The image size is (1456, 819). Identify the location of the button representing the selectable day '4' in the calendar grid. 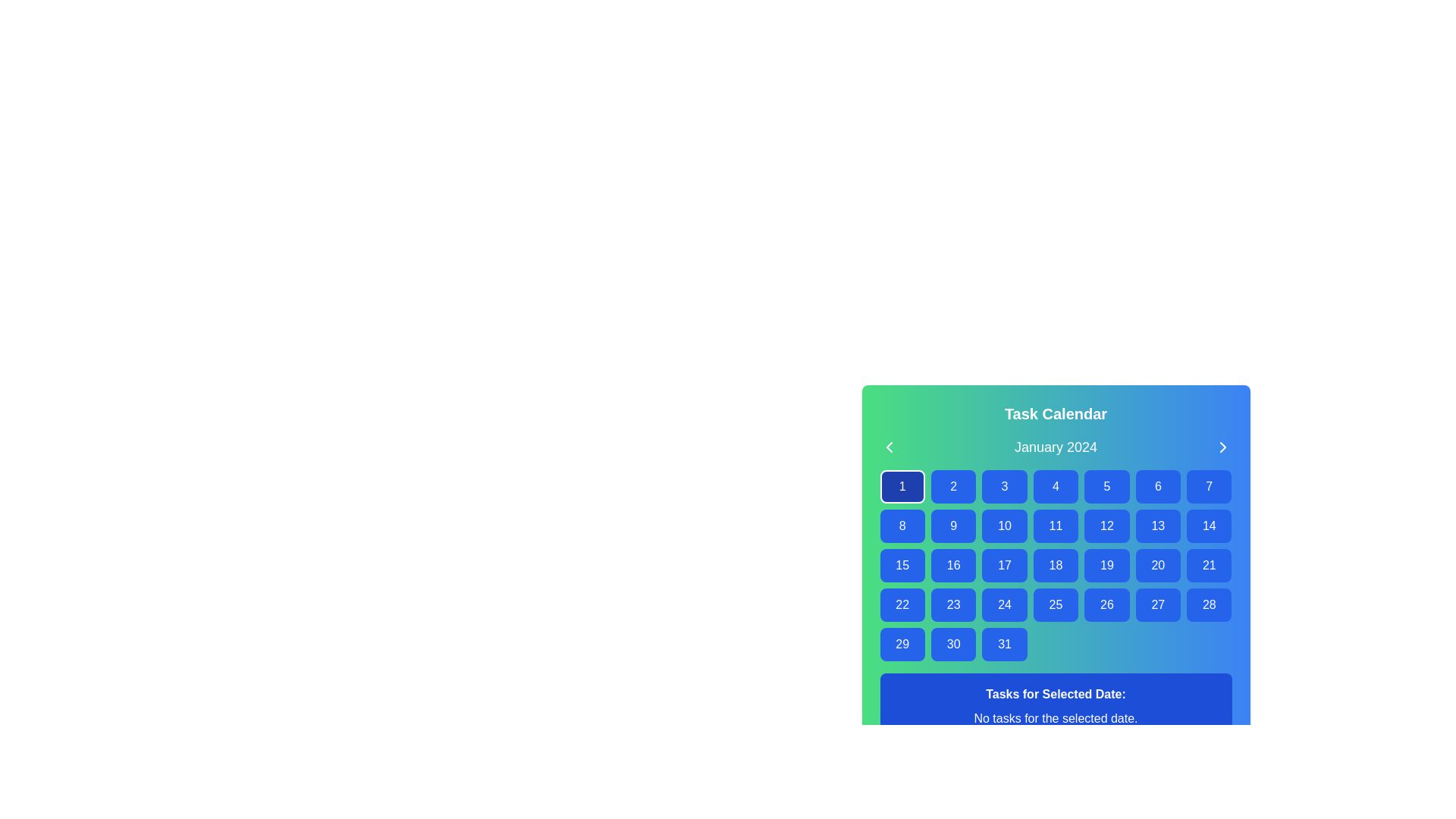
(1055, 486).